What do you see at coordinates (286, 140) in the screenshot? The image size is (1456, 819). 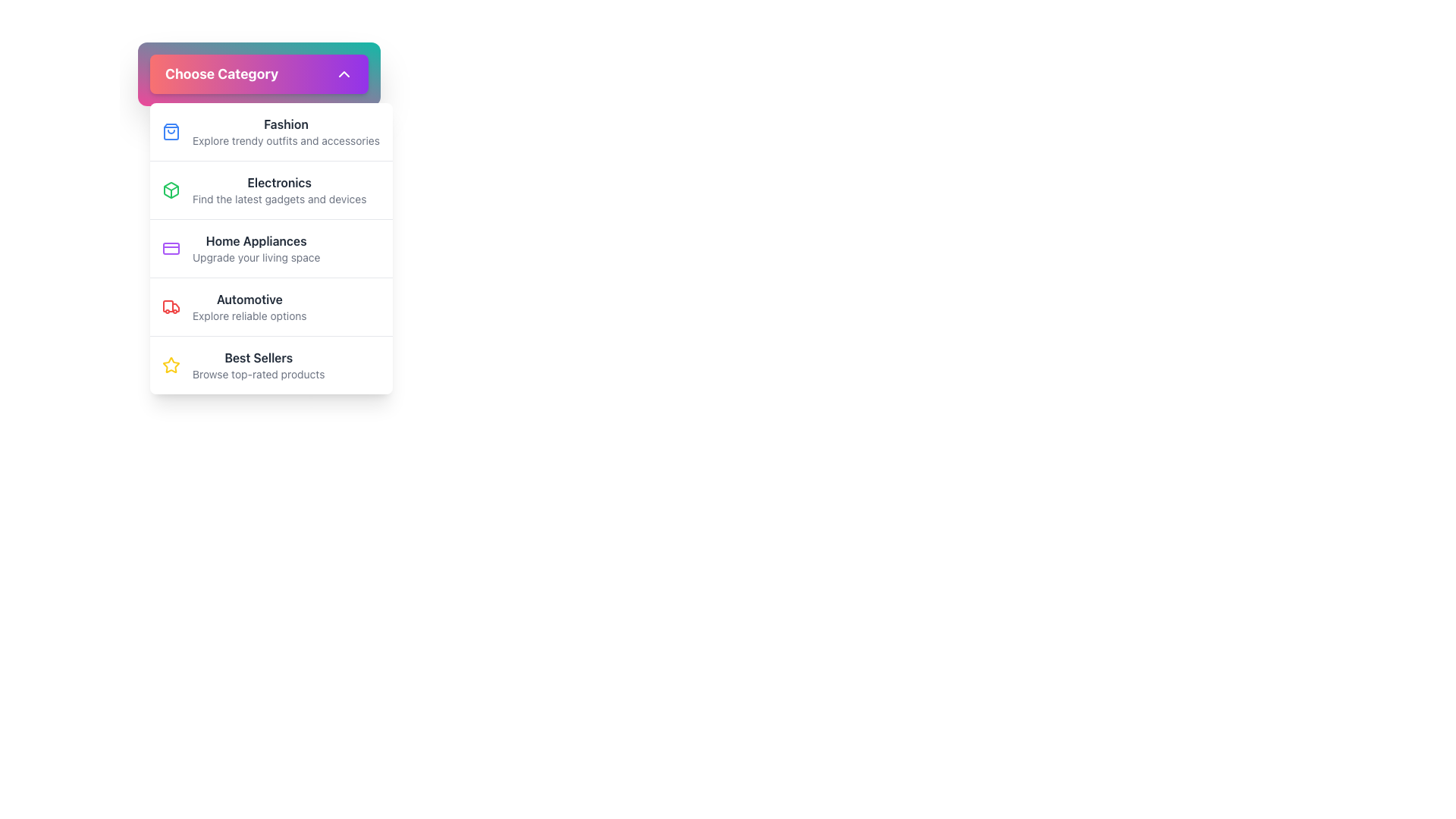 I see `the text label reading 'Explore trendy outfits and accessories', which is located below the bold text 'Fashion' within the 'Choose Category' dropdown menu` at bounding box center [286, 140].